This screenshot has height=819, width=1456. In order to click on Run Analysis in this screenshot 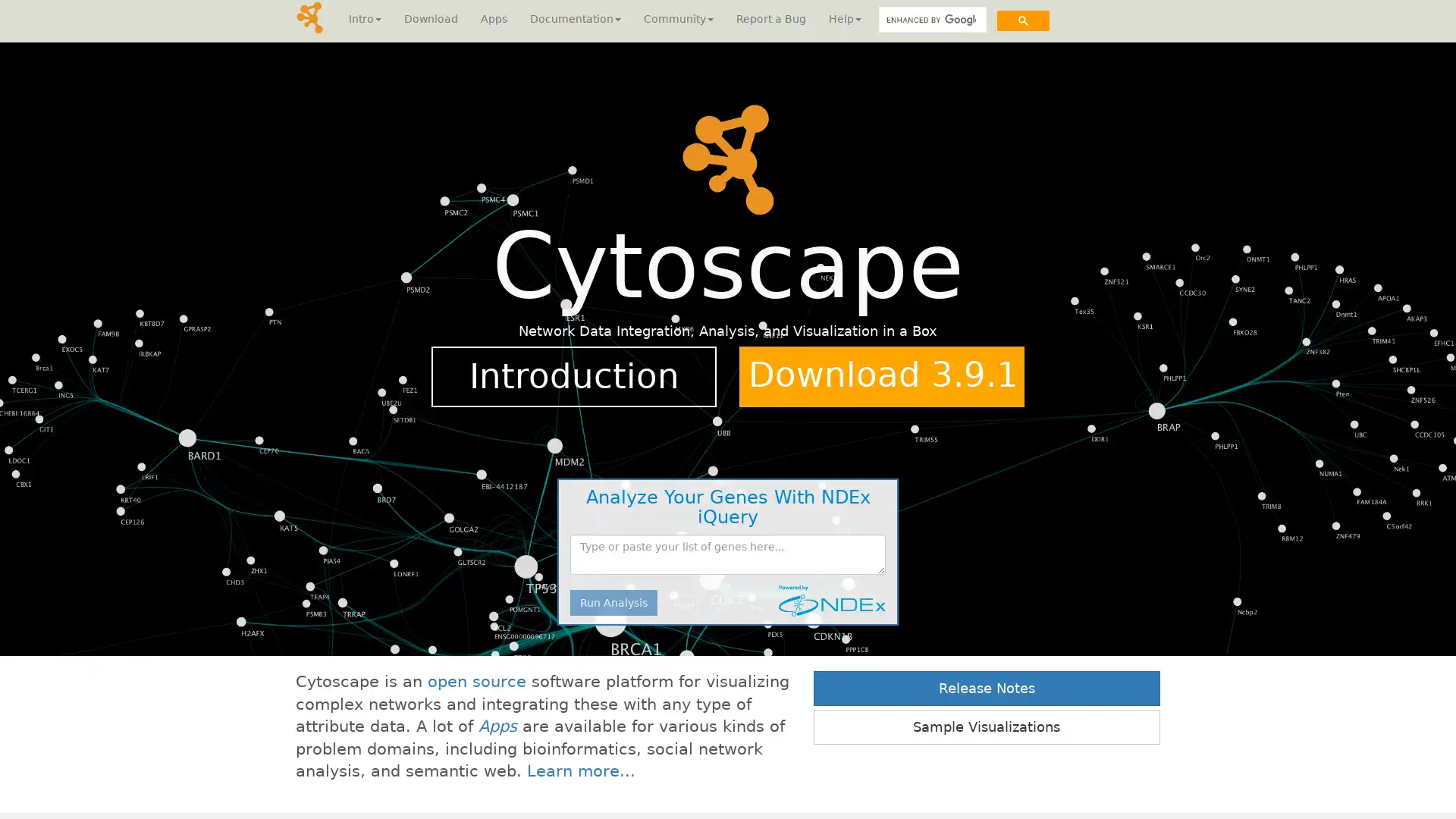, I will do `click(613, 601)`.